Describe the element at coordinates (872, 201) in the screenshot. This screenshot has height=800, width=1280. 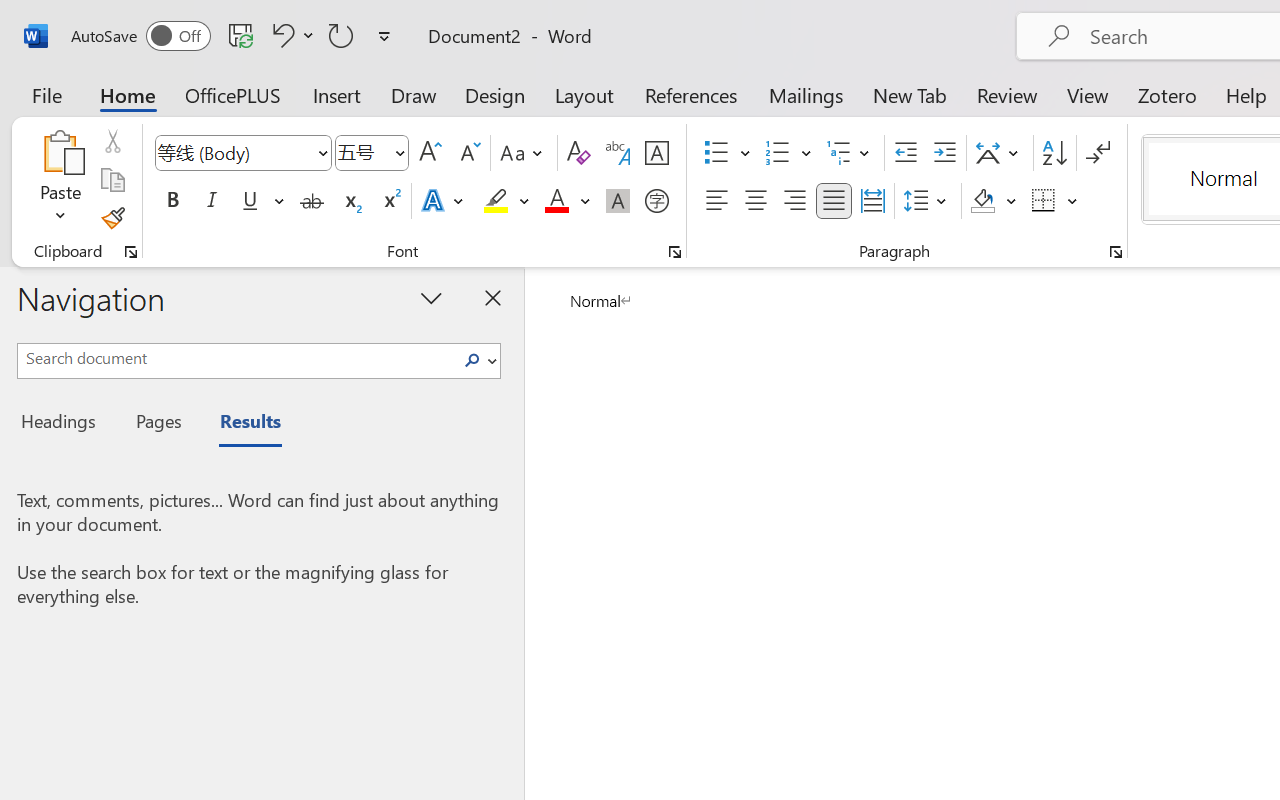
I see `'Distributed'` at that location.